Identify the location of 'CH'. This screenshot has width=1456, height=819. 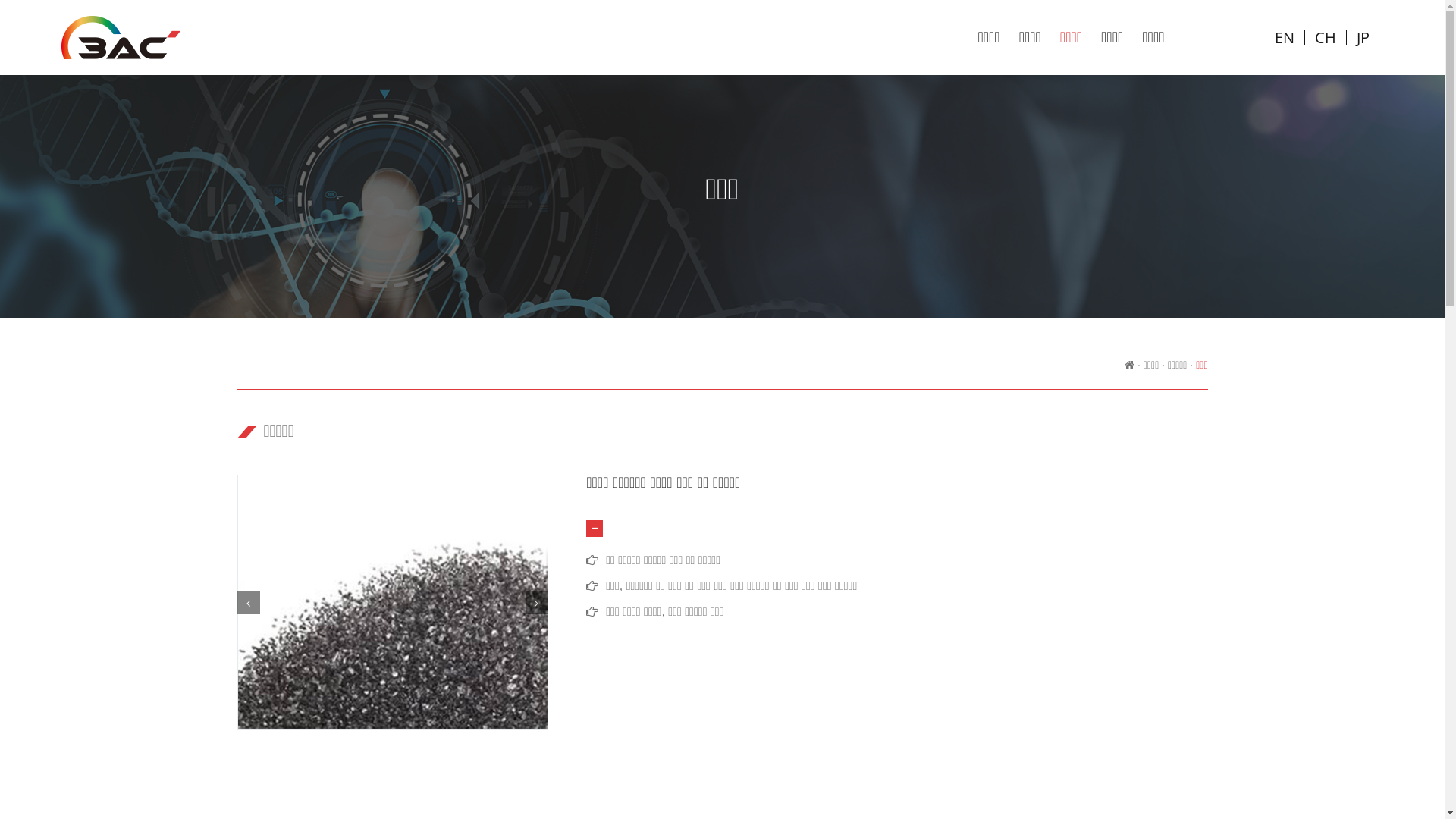
(1324, 37).